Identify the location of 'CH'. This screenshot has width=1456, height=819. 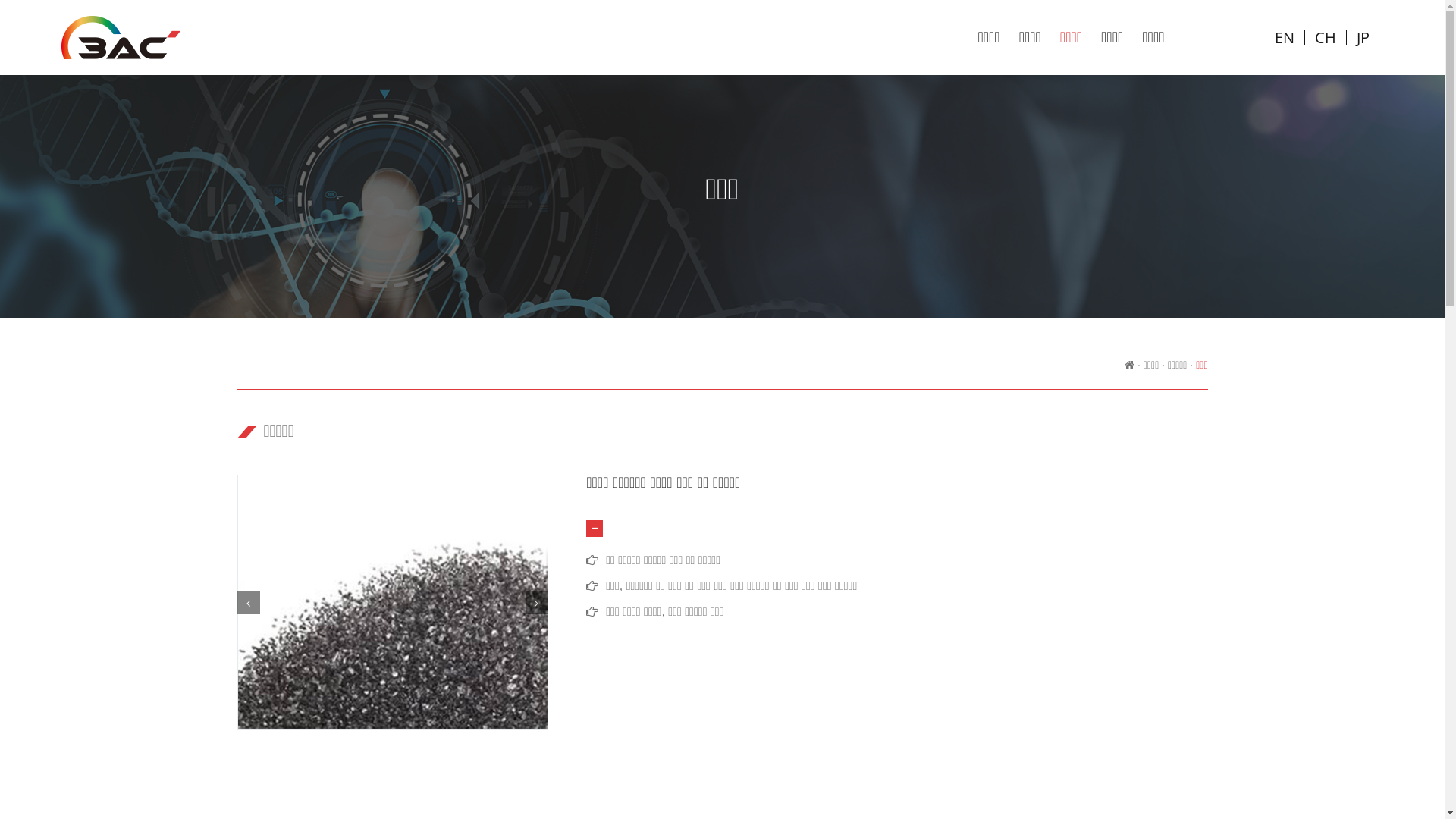
(1324, 37).